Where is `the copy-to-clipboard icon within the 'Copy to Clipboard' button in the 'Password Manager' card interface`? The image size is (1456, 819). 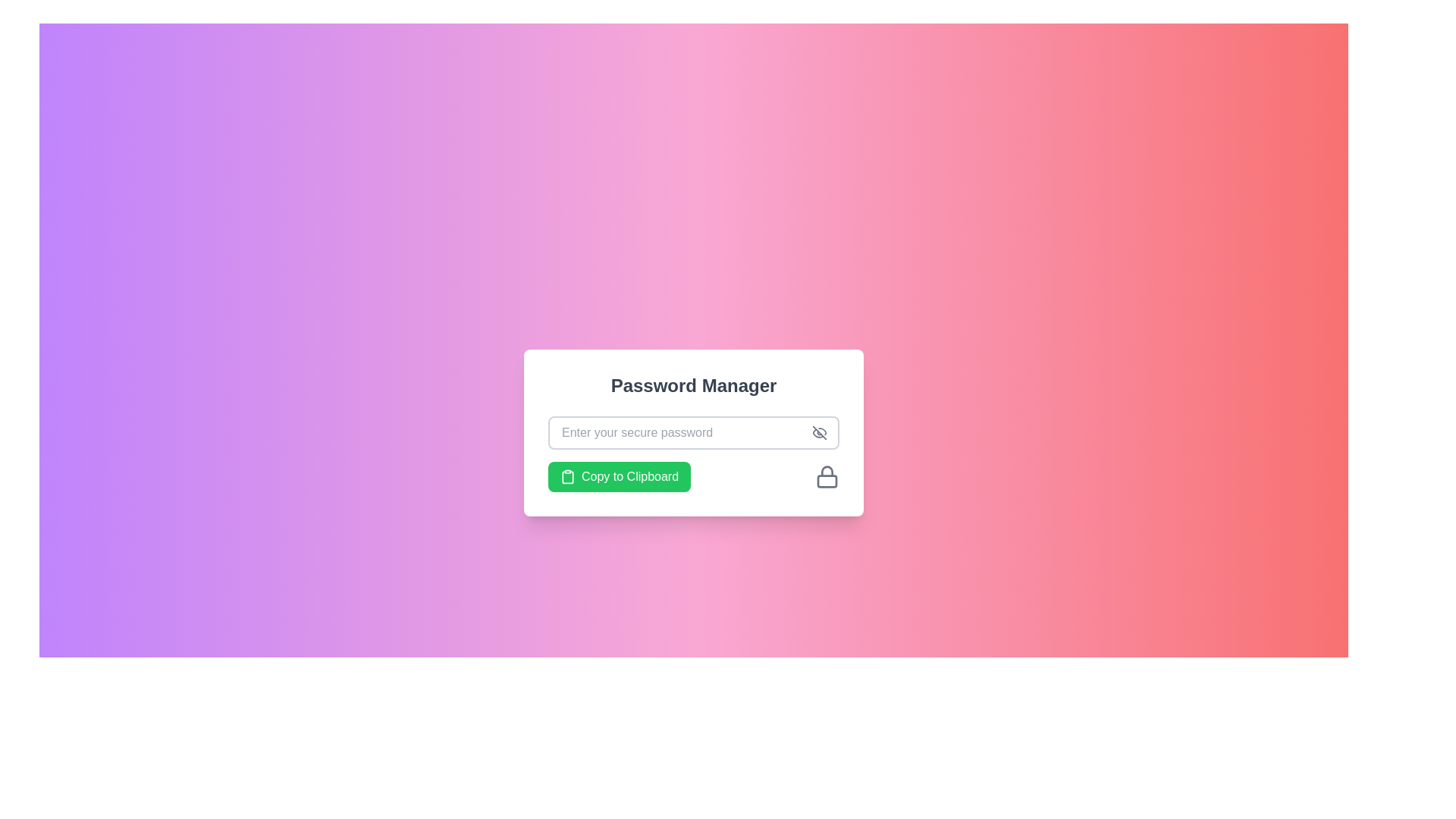 the copy-to-clipboard icon within the 'Copy to Clipboard' button in the 'Password Manager' card interface is located at coordinates (566, 475).